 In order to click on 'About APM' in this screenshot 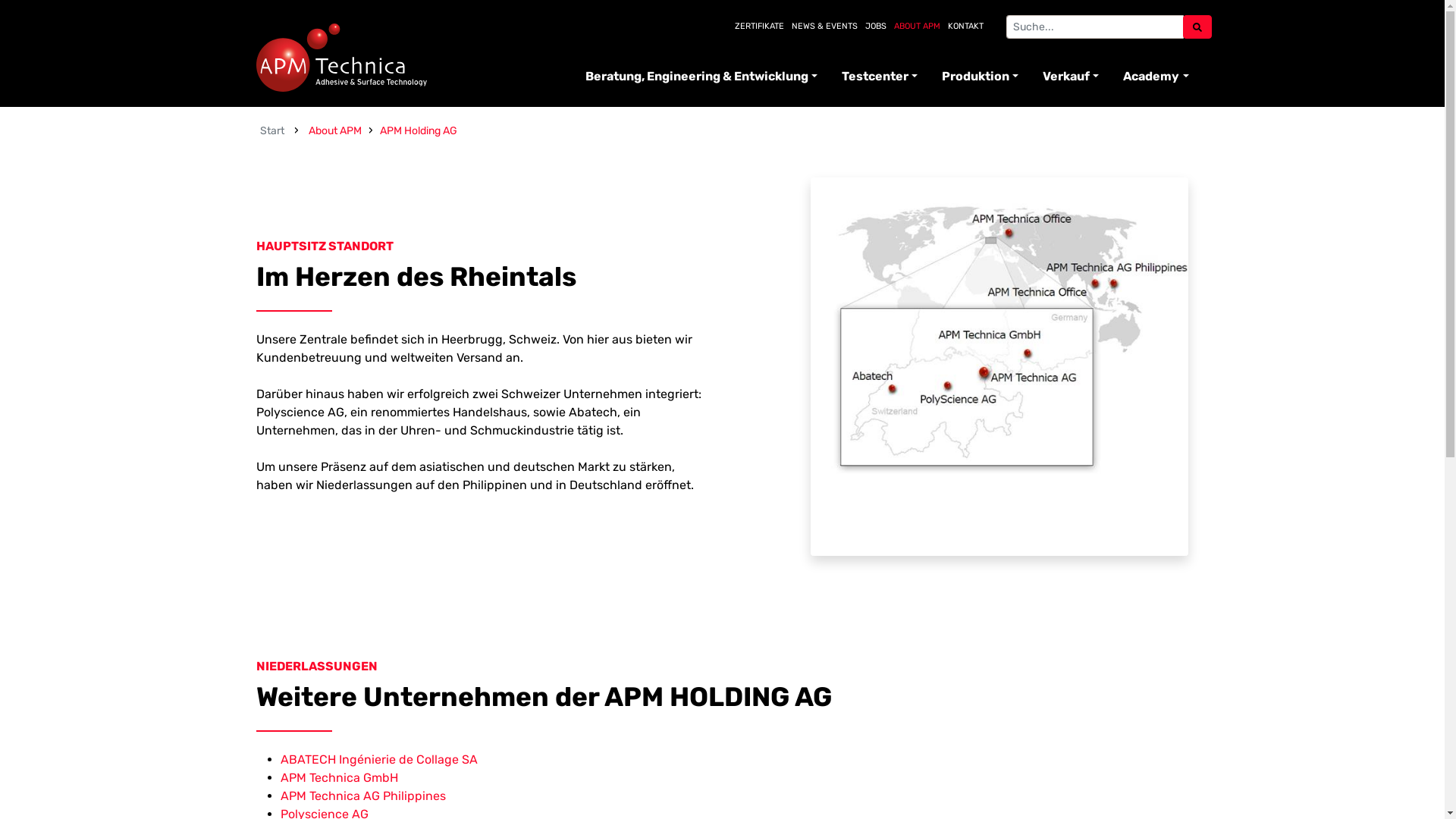, I will do `click(334, 130)`.